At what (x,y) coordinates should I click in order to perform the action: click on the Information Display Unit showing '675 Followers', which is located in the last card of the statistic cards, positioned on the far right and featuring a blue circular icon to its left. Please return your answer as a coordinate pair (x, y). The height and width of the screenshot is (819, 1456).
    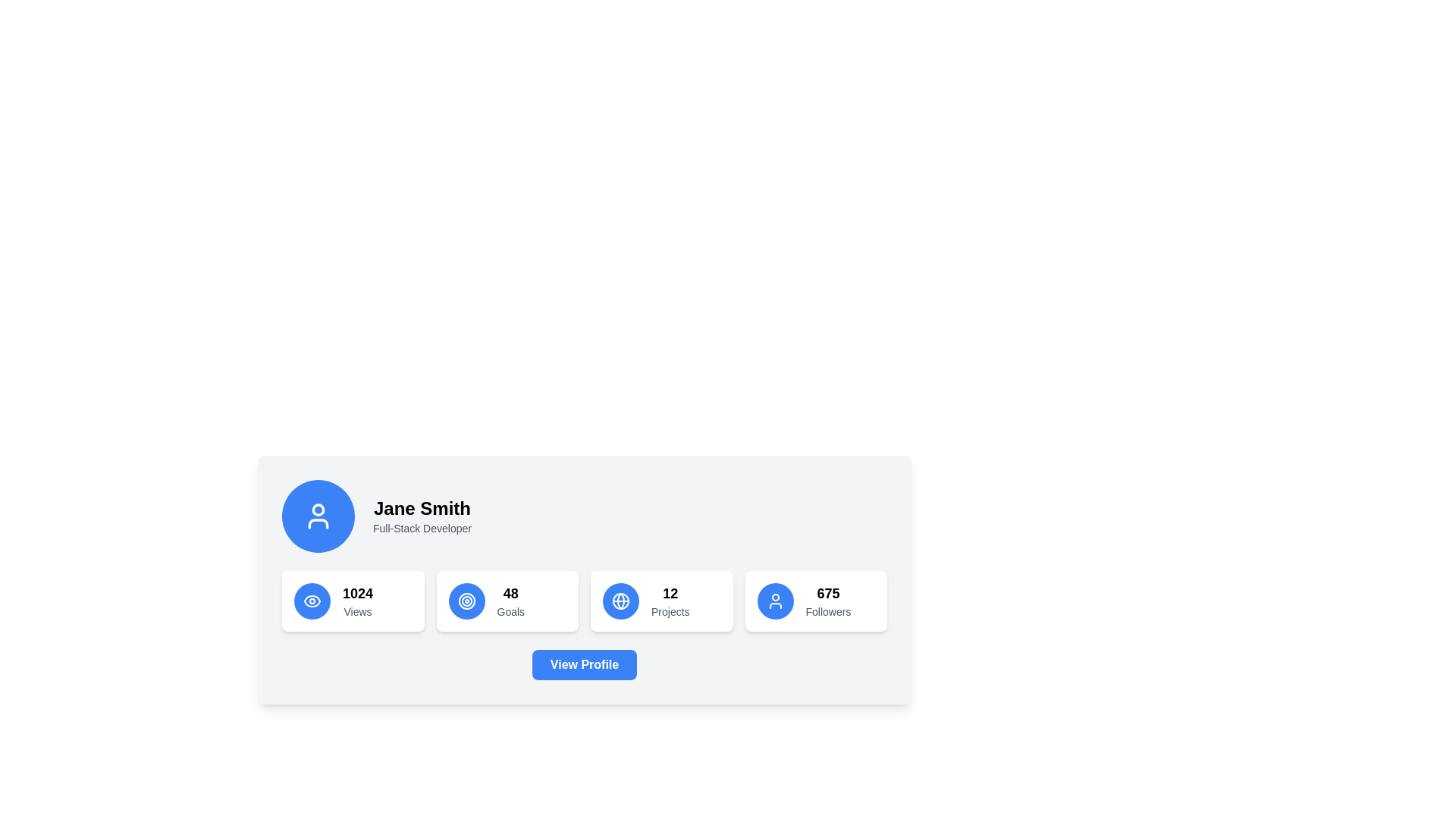
    Looking at the image, I should click on (827, 601).